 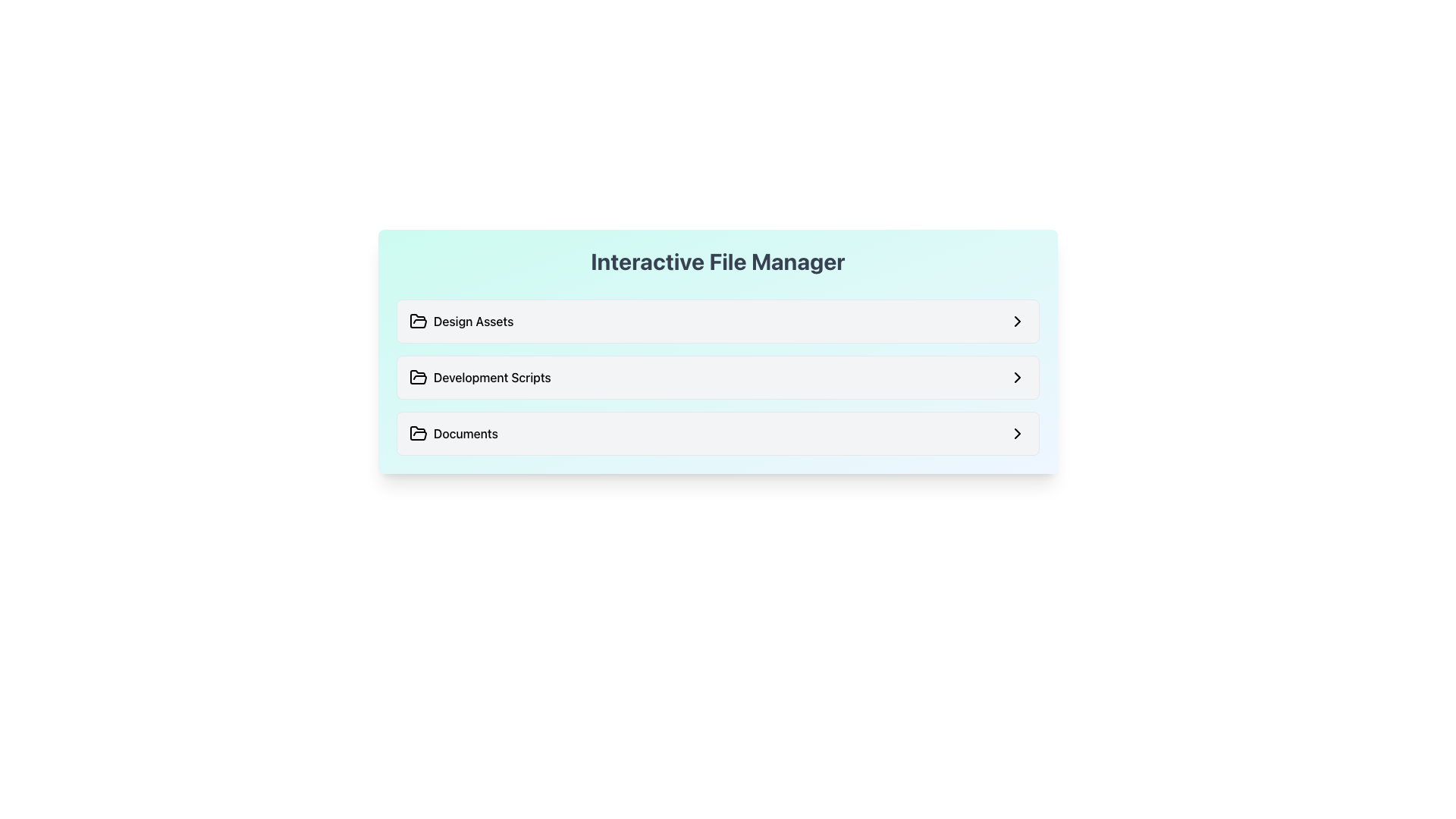 I want to click on the rightward-pointing chevron icon within the 'Documents' item at the bottom of the vertical list, so click(x=1018, y=433).